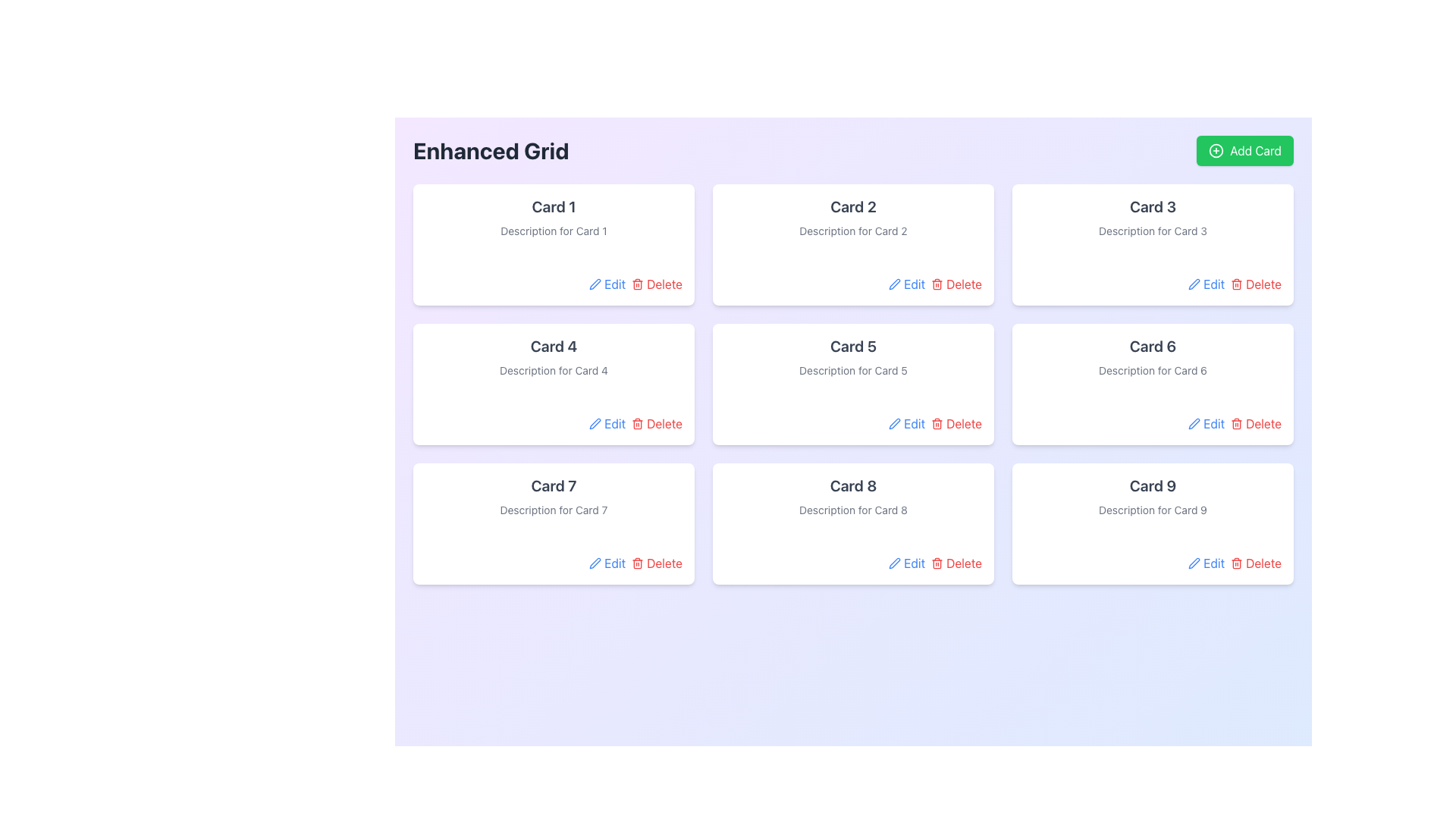  I want to click on reading tools, so click(853, 485).